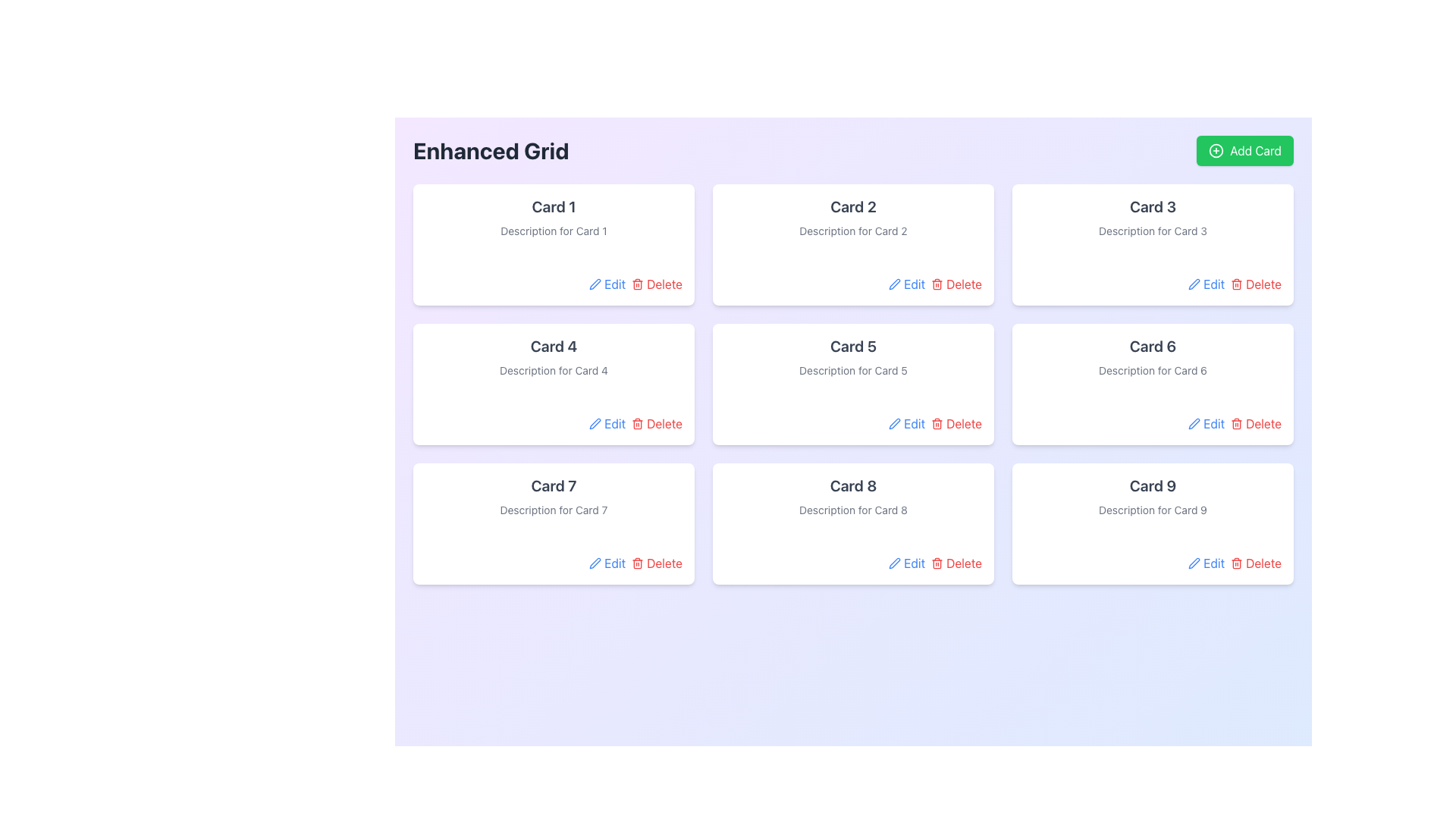  I want to click on reading tools, so click(853, 485).